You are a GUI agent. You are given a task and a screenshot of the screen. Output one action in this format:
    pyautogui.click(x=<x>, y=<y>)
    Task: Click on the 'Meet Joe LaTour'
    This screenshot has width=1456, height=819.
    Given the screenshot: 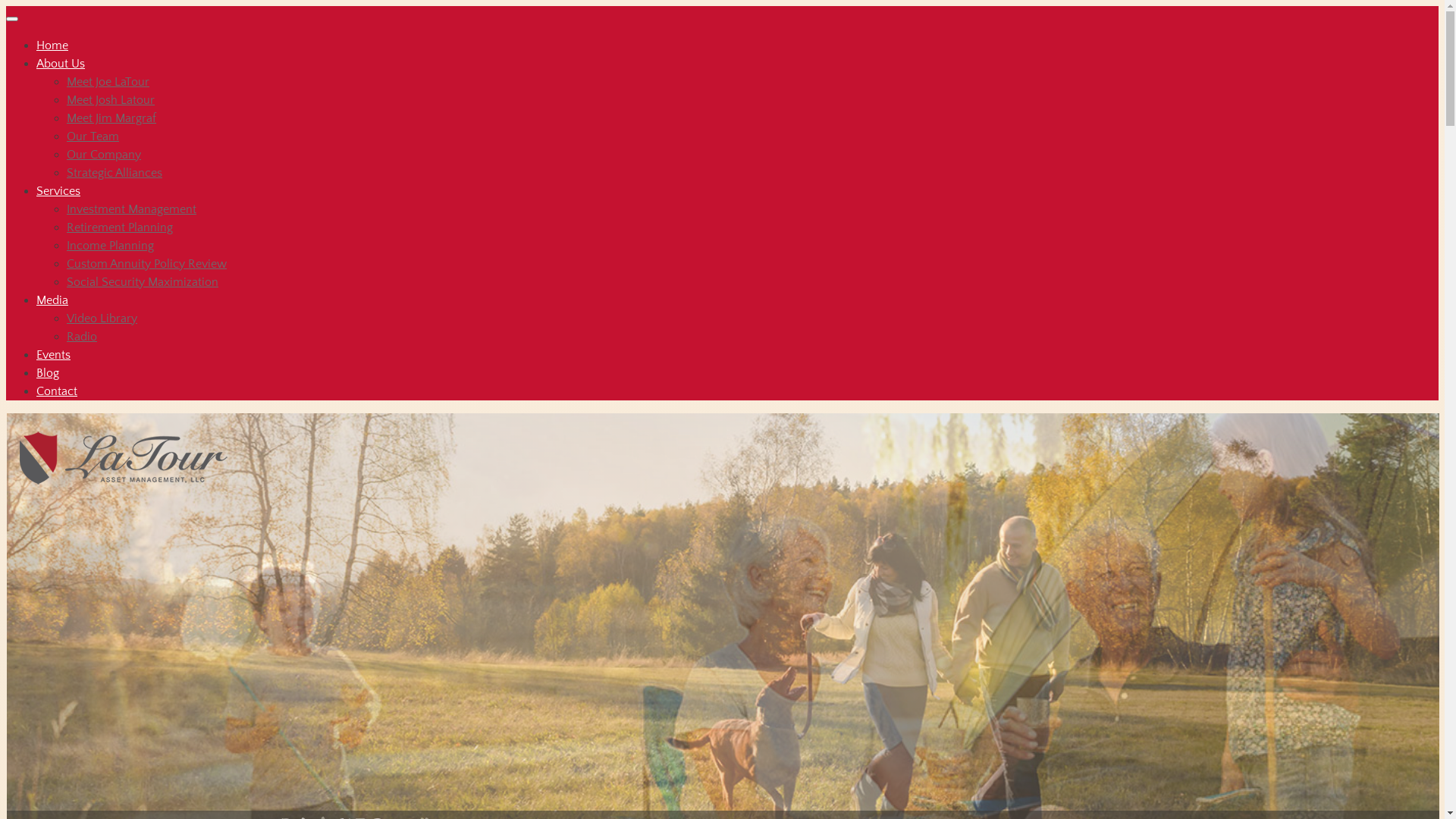 What is the action you would take?
    pyautogui.click(x=107, y=82)
    